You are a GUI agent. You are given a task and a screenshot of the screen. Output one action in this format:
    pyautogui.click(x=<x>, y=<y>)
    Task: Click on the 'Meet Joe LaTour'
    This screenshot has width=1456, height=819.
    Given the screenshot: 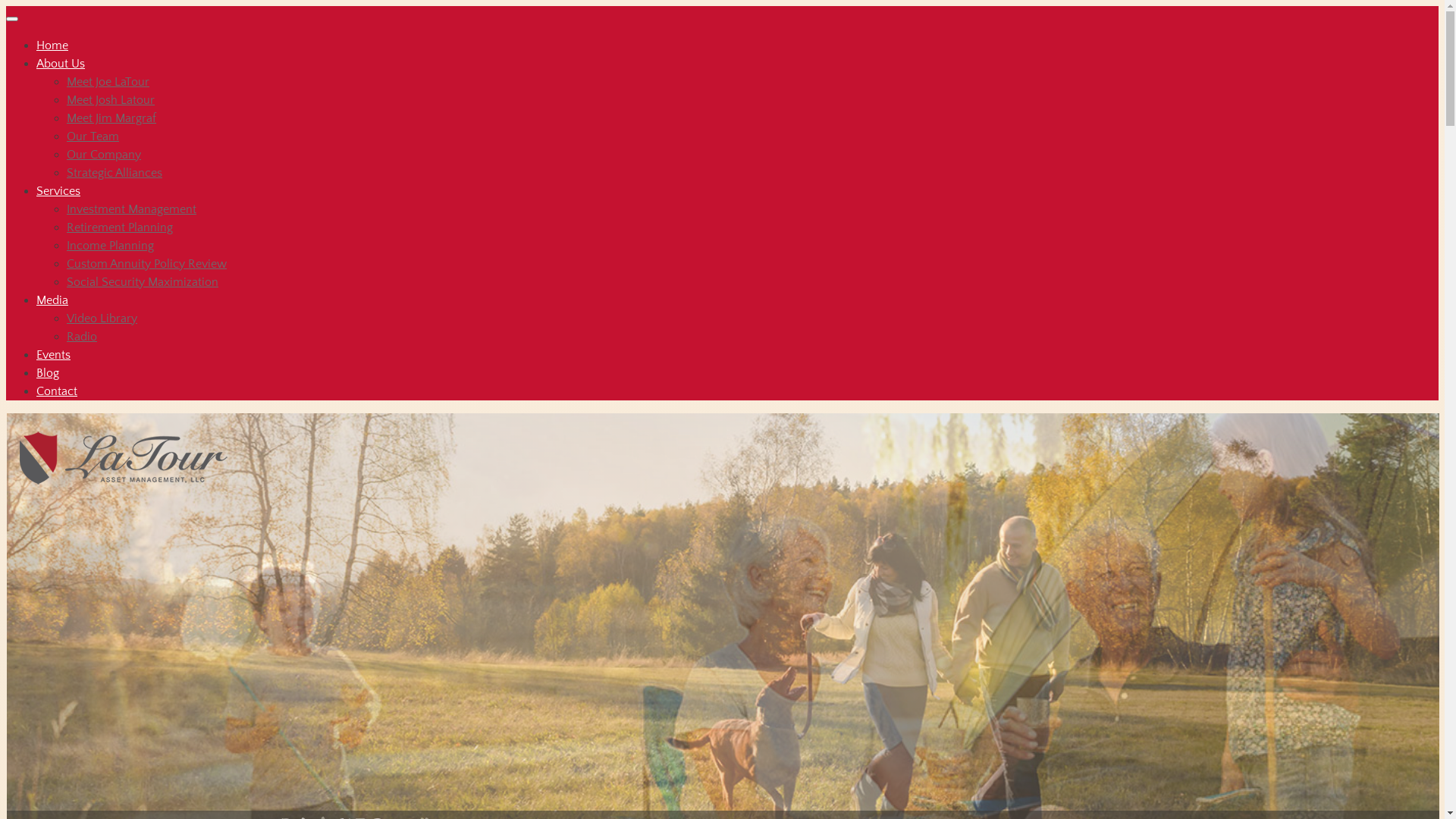 What is the action you would take?
    pyautogui.click(x=107, y=82)
    